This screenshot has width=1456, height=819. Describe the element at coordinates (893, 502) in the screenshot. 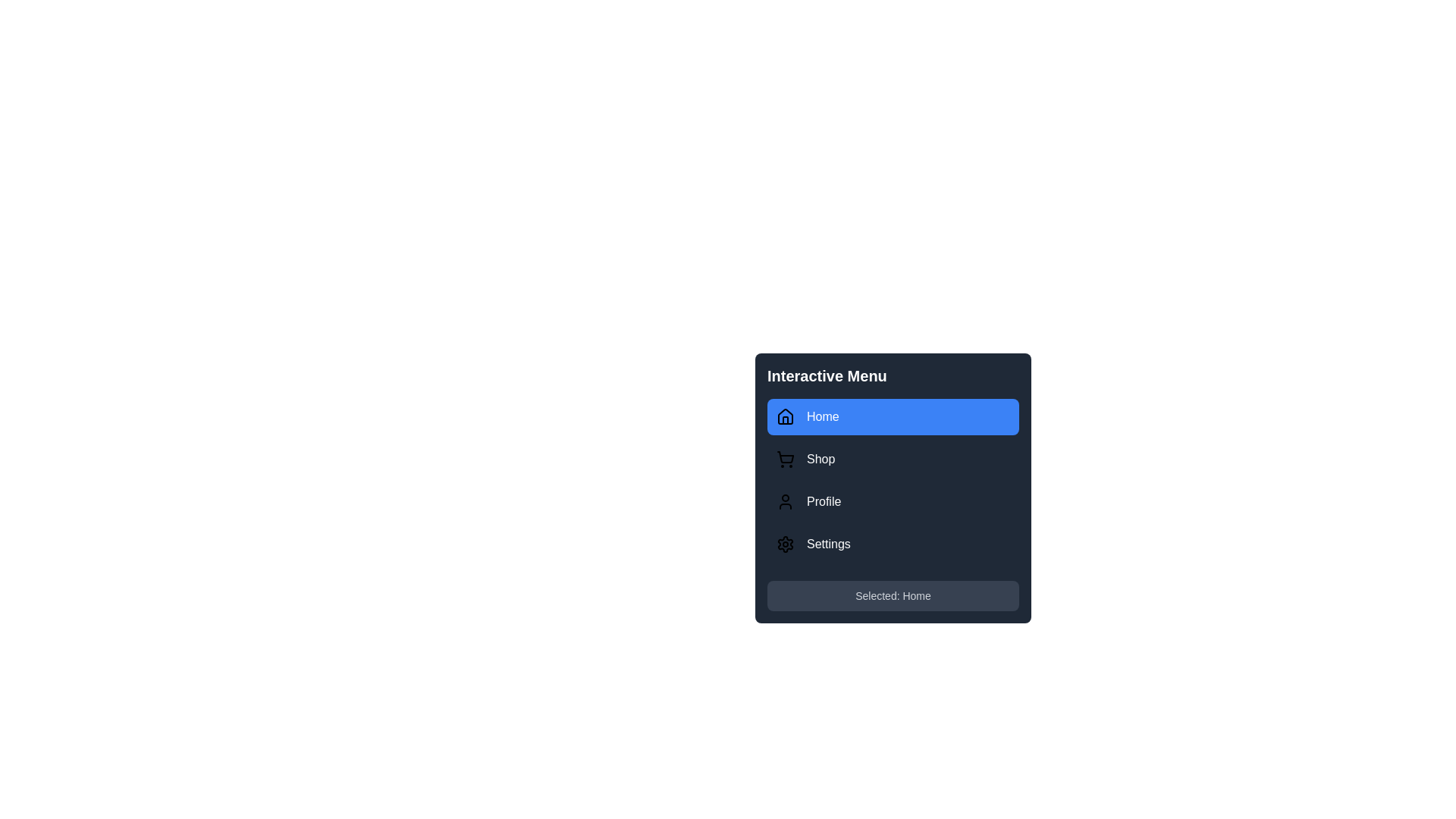

I see `the 'Profile' button in the vertical menu` at that location.